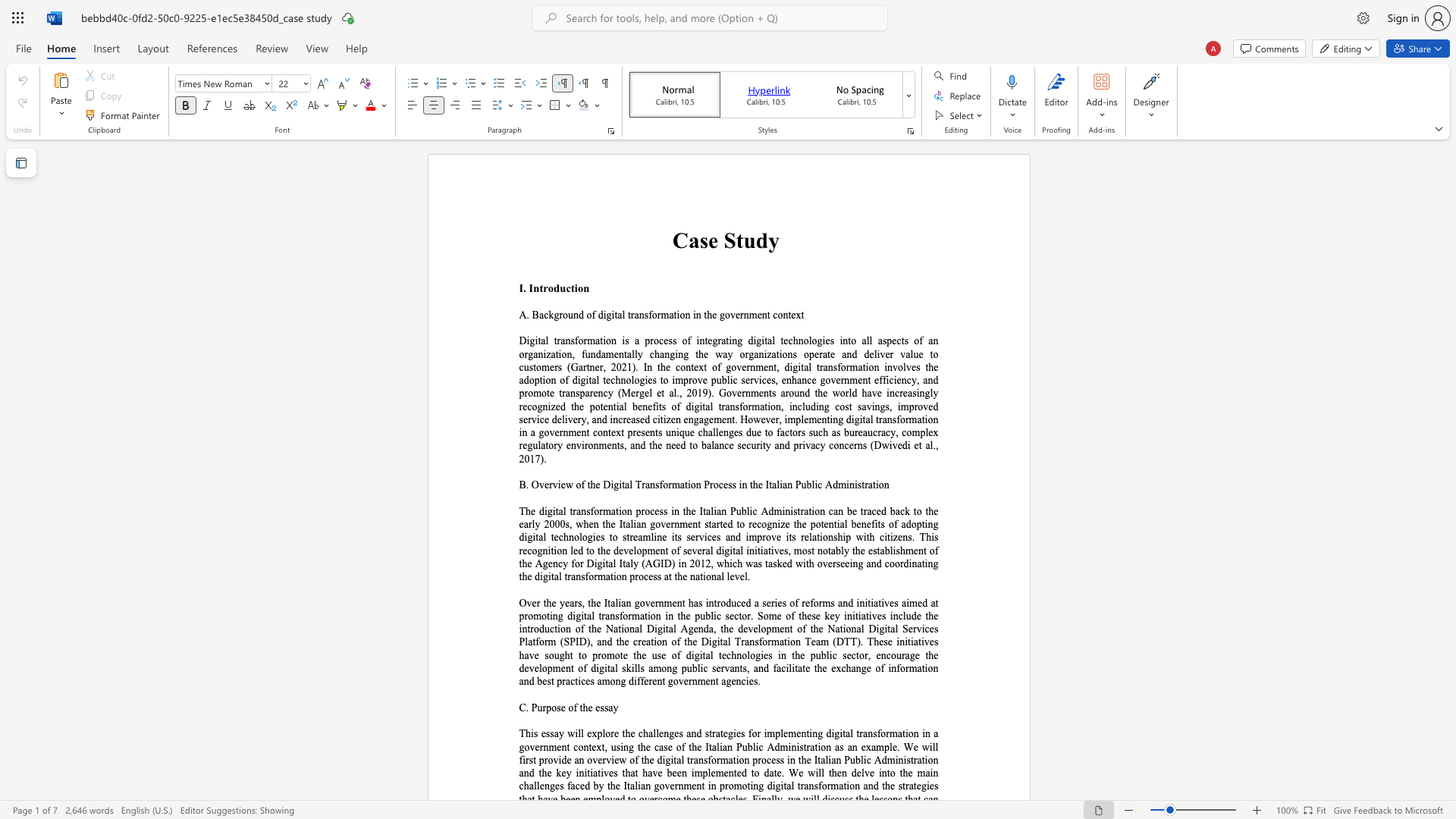 This screenshot has width=1456, height=819. Describe the element at coordinates (811, 379) in the screenshot. I see `the subset text "e government efficiency, and promote transparency (Mer" within the text "and deliver value to customers (Gartner, 2021). In the context of government, digital transformation involves the adoption of digital technologies to improve public services, enhance government efficiency, and promote transparency (Mergel et al., 2019). Governments around the world have increasingly recognized the potential benefits of digital tran"` at that location.